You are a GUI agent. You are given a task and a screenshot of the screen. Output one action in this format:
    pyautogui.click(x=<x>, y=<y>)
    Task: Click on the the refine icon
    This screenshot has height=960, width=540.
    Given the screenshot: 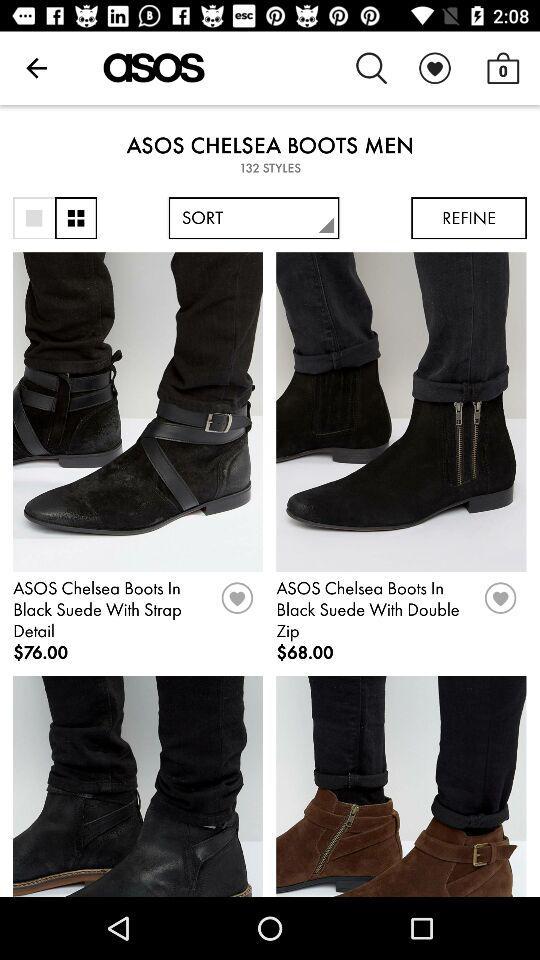 What is the action you would take?
    pyautogui.click(x=469, y=218)
    